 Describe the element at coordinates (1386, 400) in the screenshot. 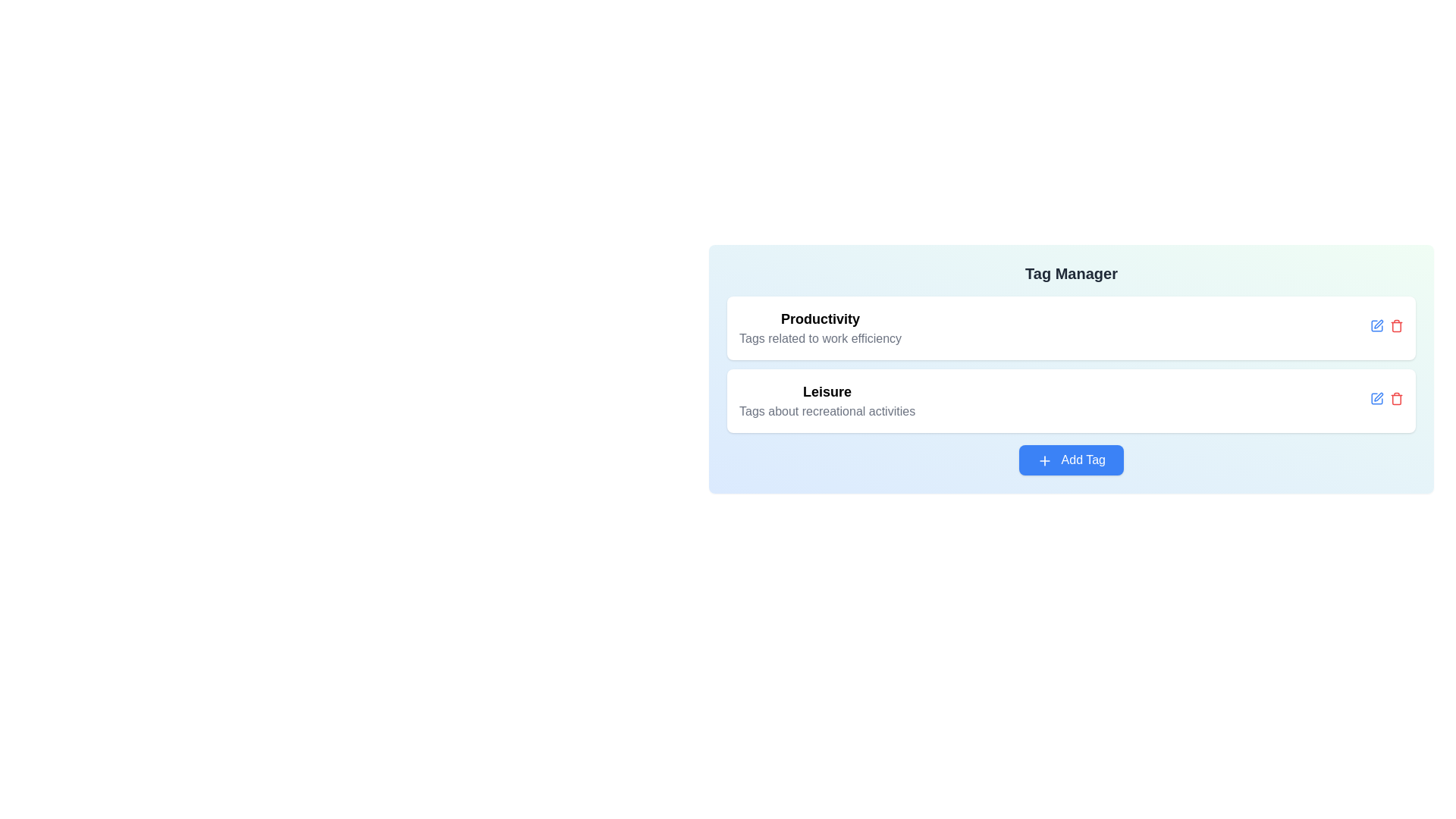

I see `the set of actionable icons (edit and delete) positioned in the rightmost portion of the 'Leisure' entry, adjacent to the text 'Tags about recreational activities' for interactive feedback` at that location.